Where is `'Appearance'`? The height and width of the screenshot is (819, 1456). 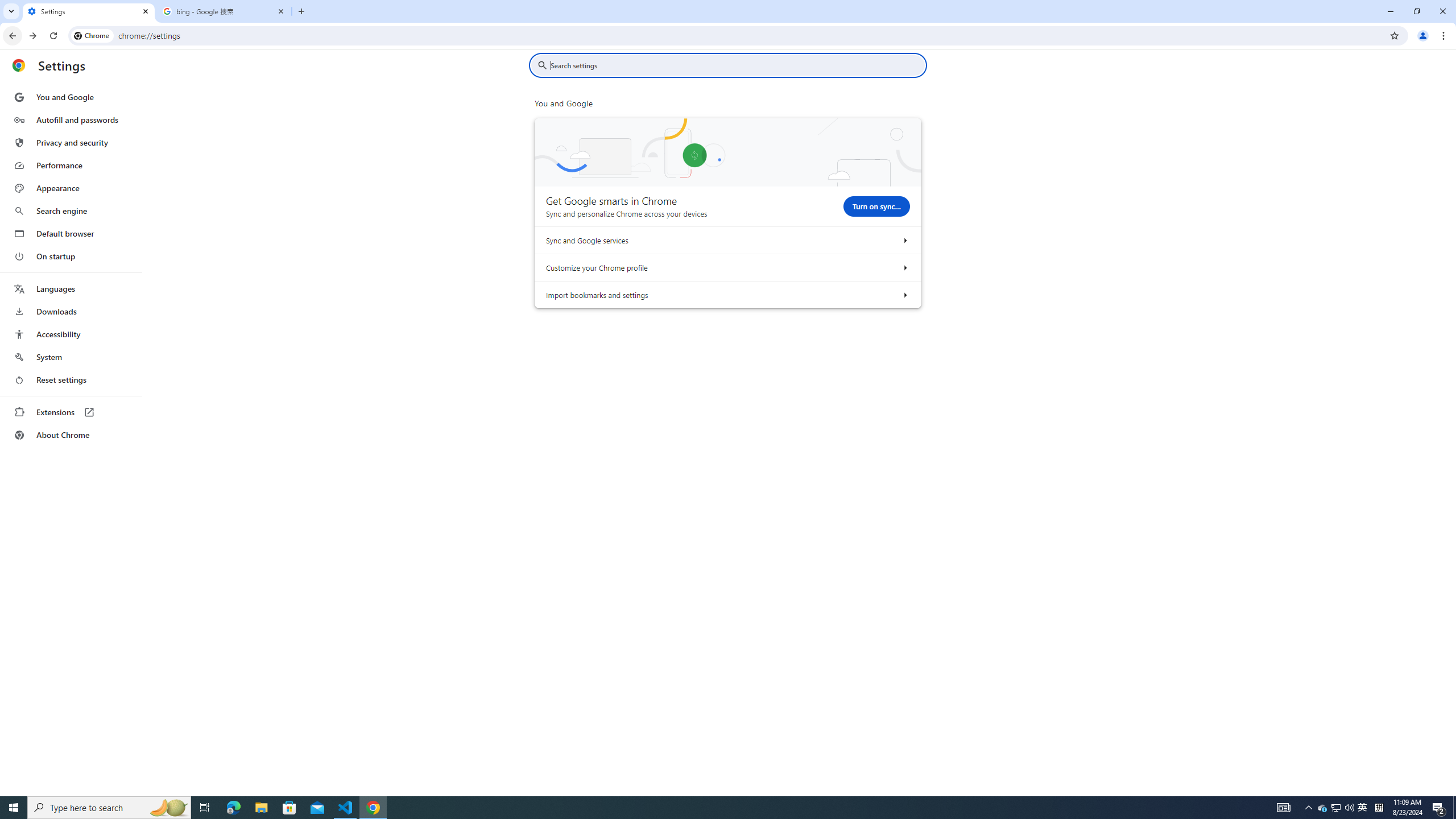 'Appearance' is located at coordinates (70, 188).